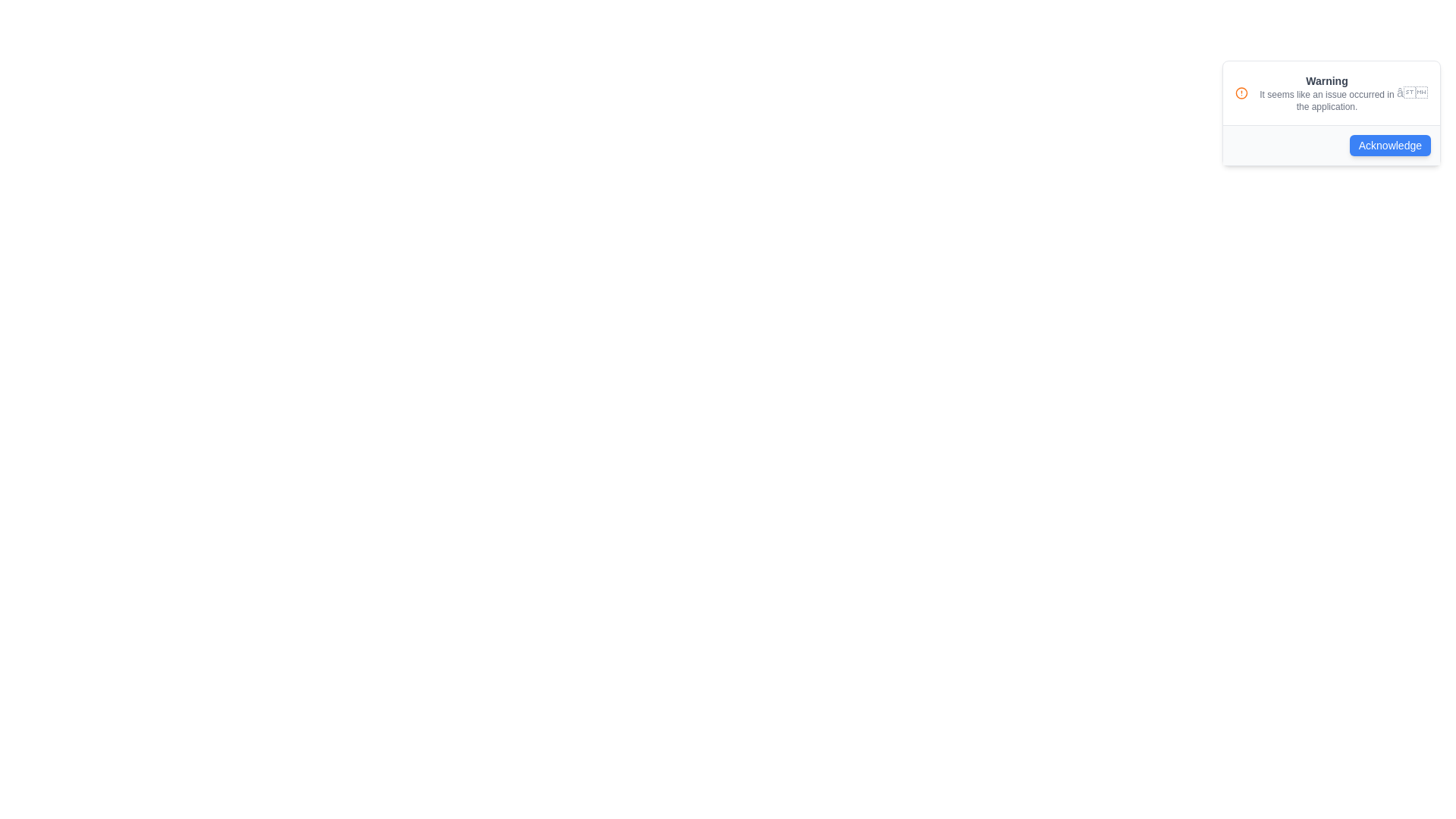  What do you see at coordinates (1241, 93) in the screenshot?
I see `the SVG Circle element that is part of the alert or warning icon located at the top-right corner of the interface within a notification card` at bounding box center [1241, 93].